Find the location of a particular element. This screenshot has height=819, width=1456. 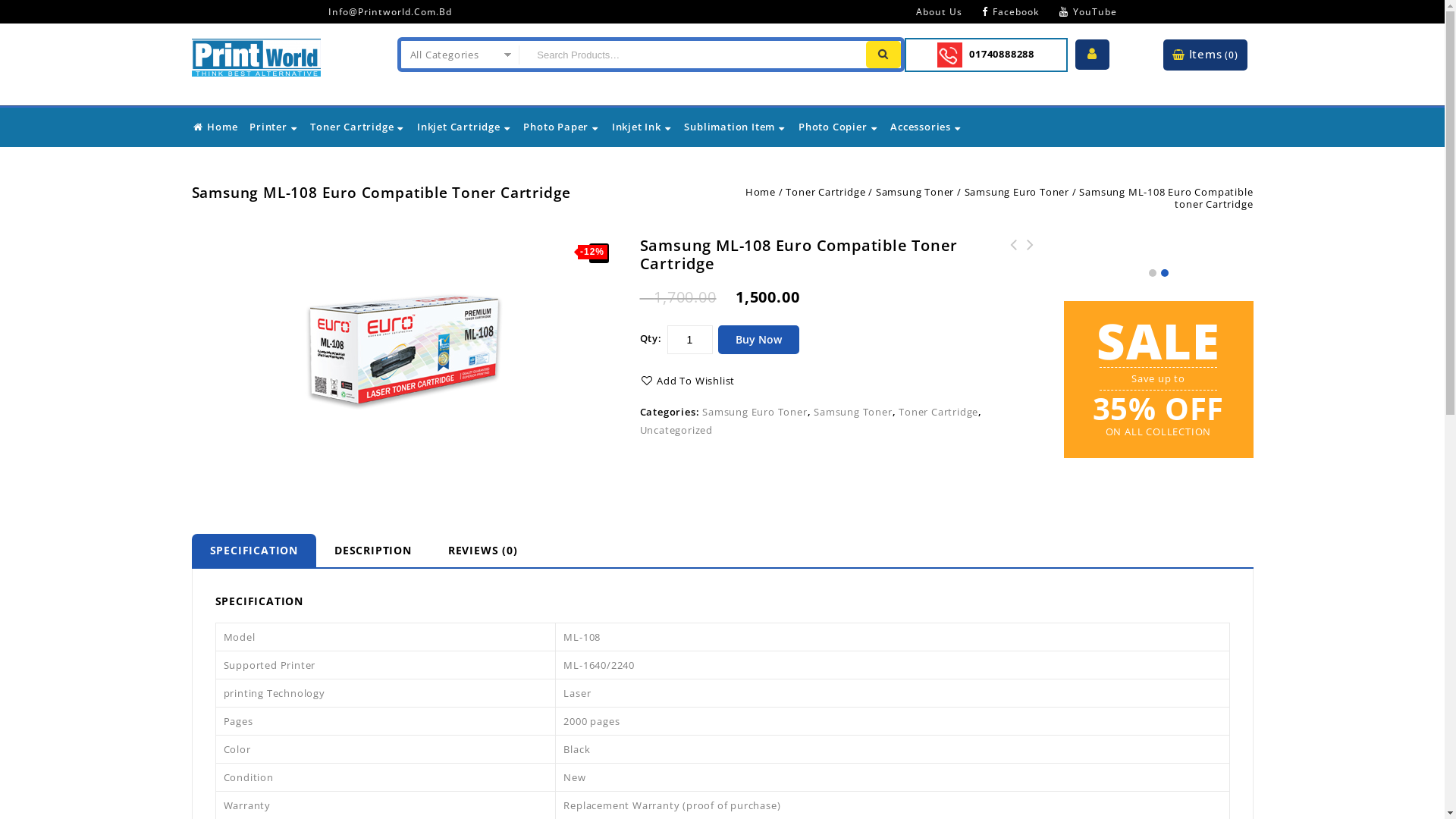

'Sublimation Item' is located at coordinates (682, 125).